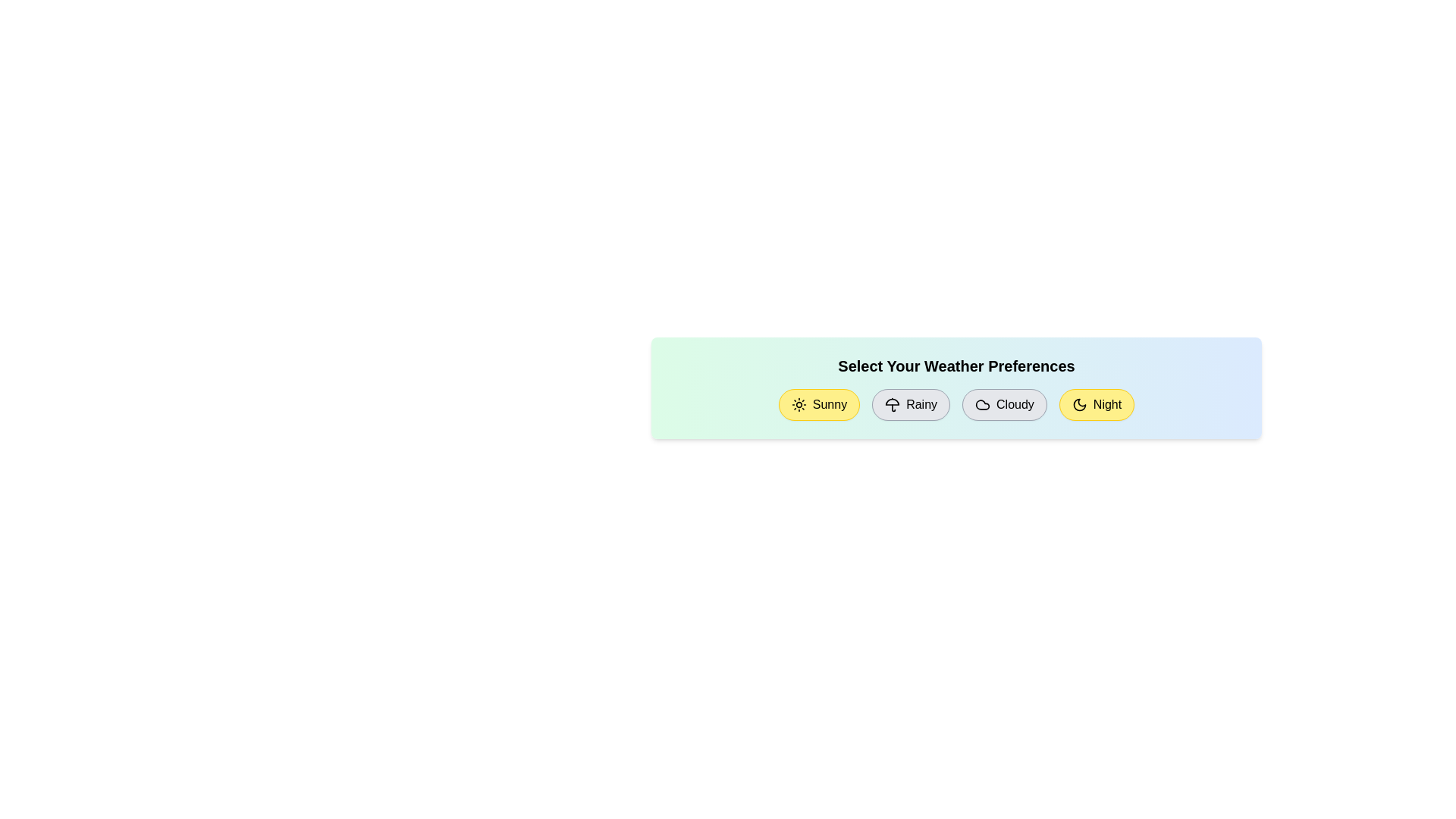  What do you see at coordinates (818, 403) in the screenshot?
I see `the weather chip corresponding to Sunny` at bounding box center [818, 403].